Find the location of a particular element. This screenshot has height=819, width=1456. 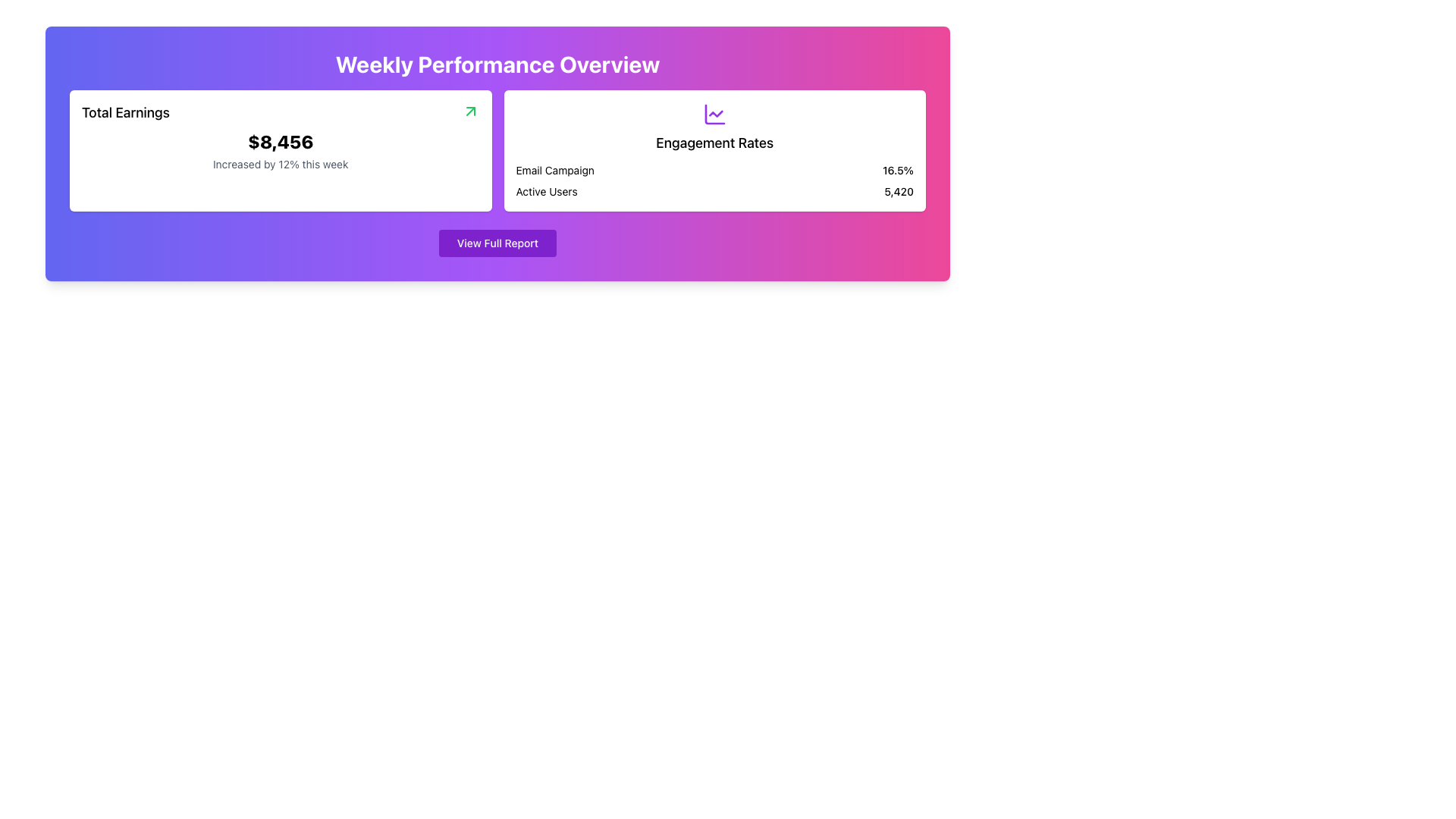

the text label displaying 'Email Campaign' located in the 'Engagement Rates' section on the right panel of the main layout is located at coordinates (554, 170).